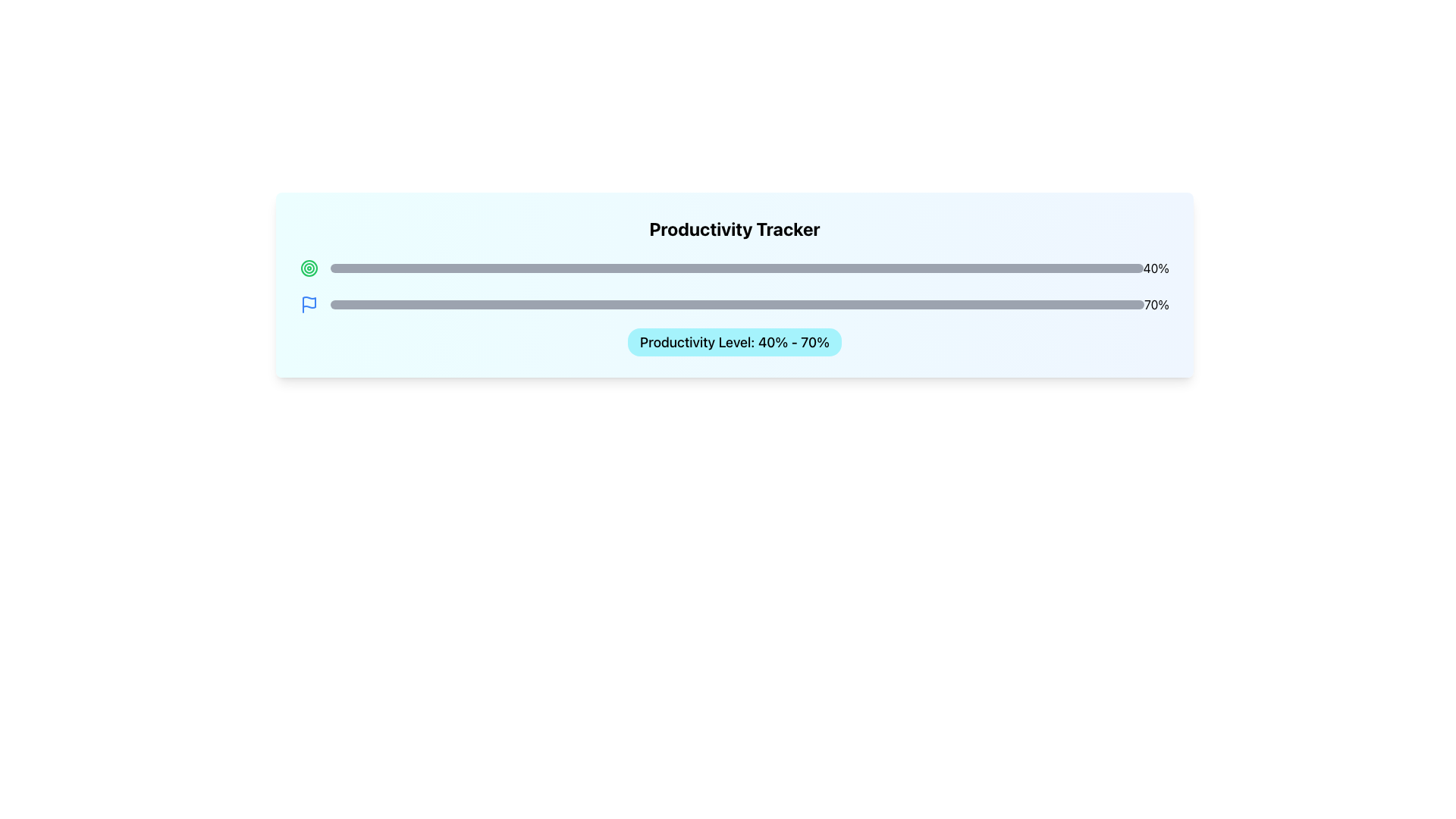  What do you see at coordinates (309, 268) in the screenshot?
I see `the second concentric circle of the bullseye target design icon located near the left side of the productivity tracker interface` at bounding box center [309, 268].